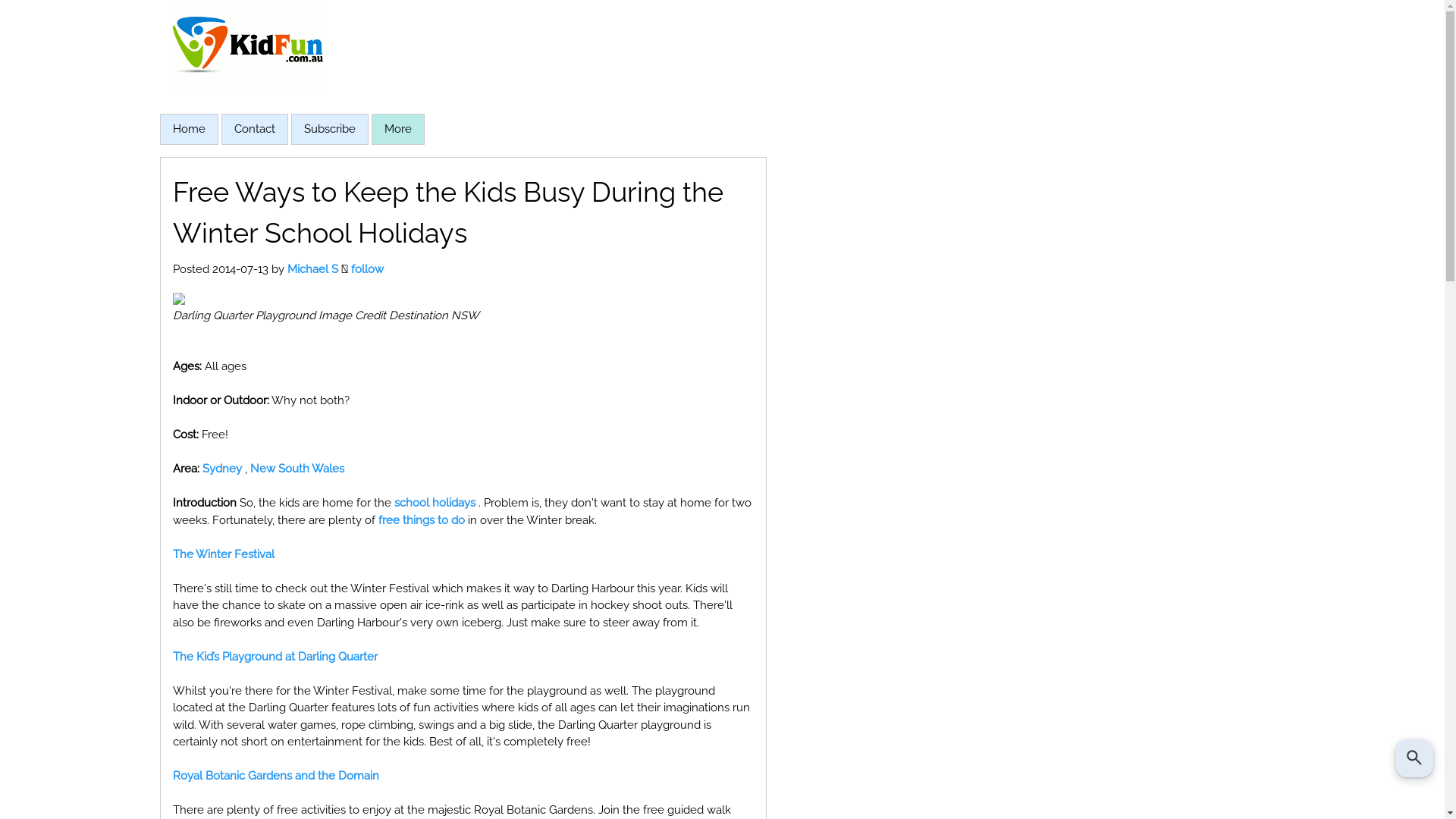 This screenshot has width=1456, height=819. What do you see at coordinates (328, 127) in the screenshot?
I see `'Subscribe'` at bounding box center [328, 127].